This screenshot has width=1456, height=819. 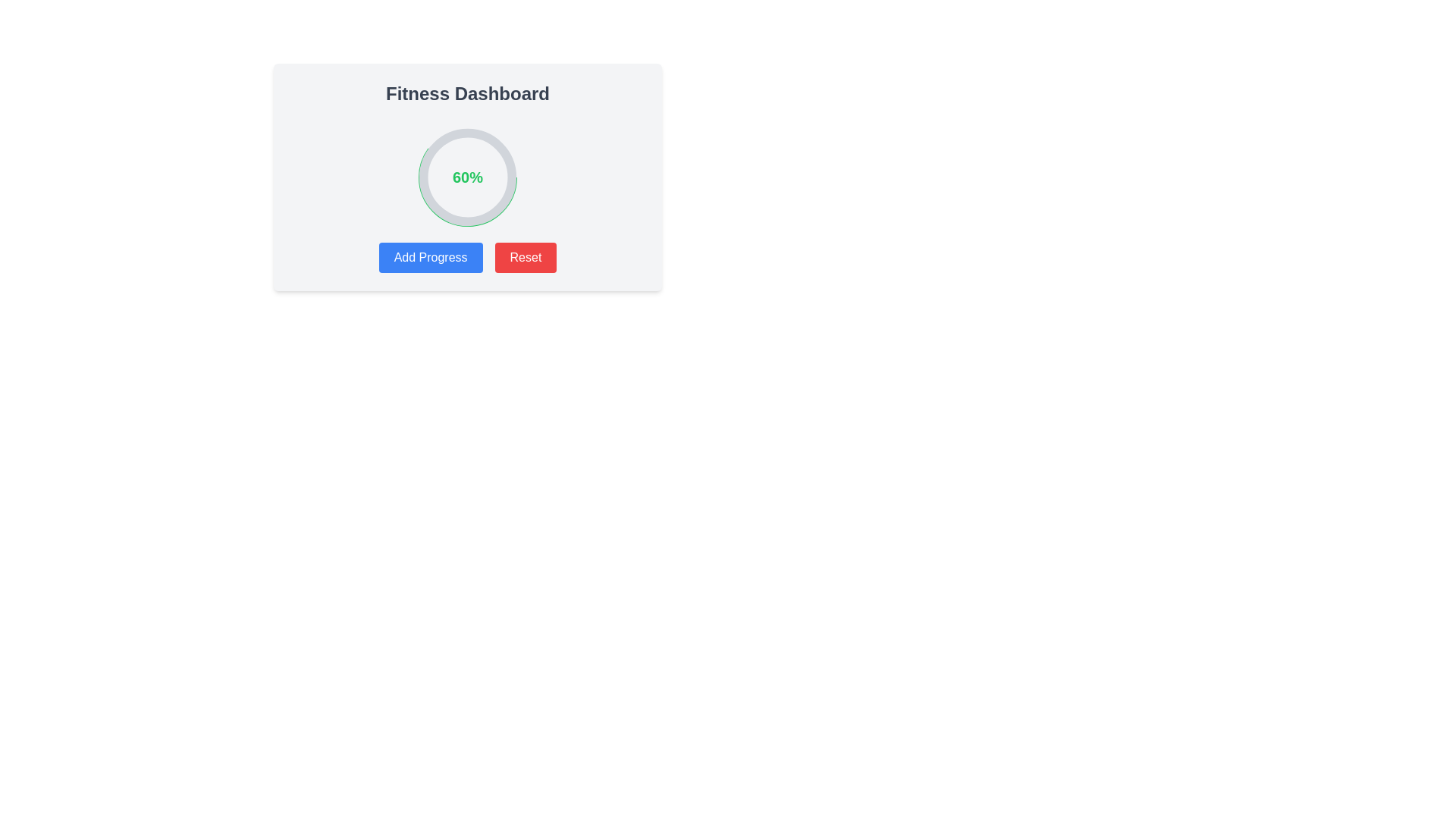 I want to click on the circular progress indicator displaying '60%' which is centered below the 'Fitness Dashboard' title, so click(x=467, y=177).